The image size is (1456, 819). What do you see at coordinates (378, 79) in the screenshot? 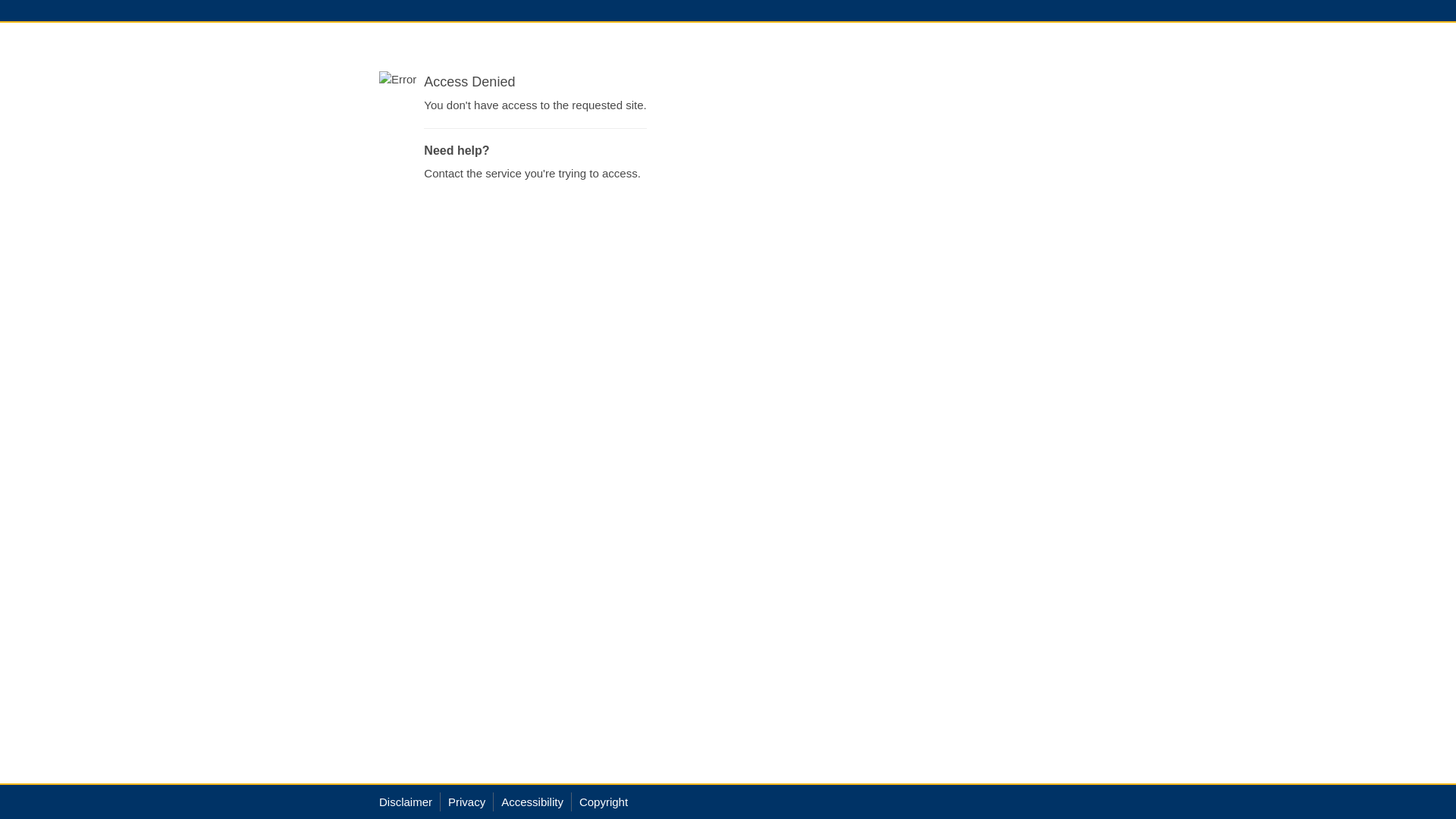
I see `'Error'` at bounding box center [378, 79].